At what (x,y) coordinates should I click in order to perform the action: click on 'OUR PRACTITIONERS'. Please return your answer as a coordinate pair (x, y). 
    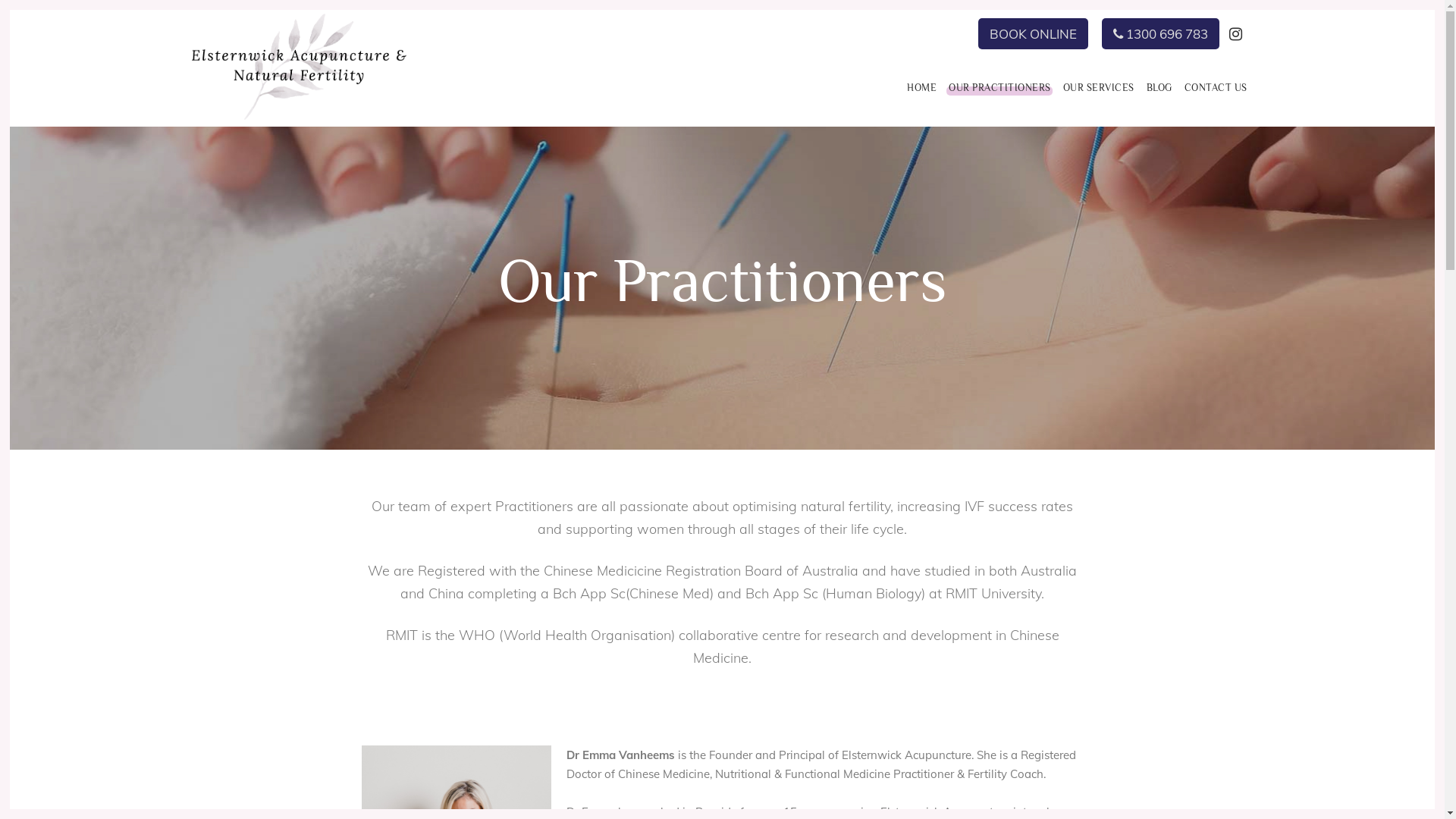
    Looking at the image, I should click on (999, 87).